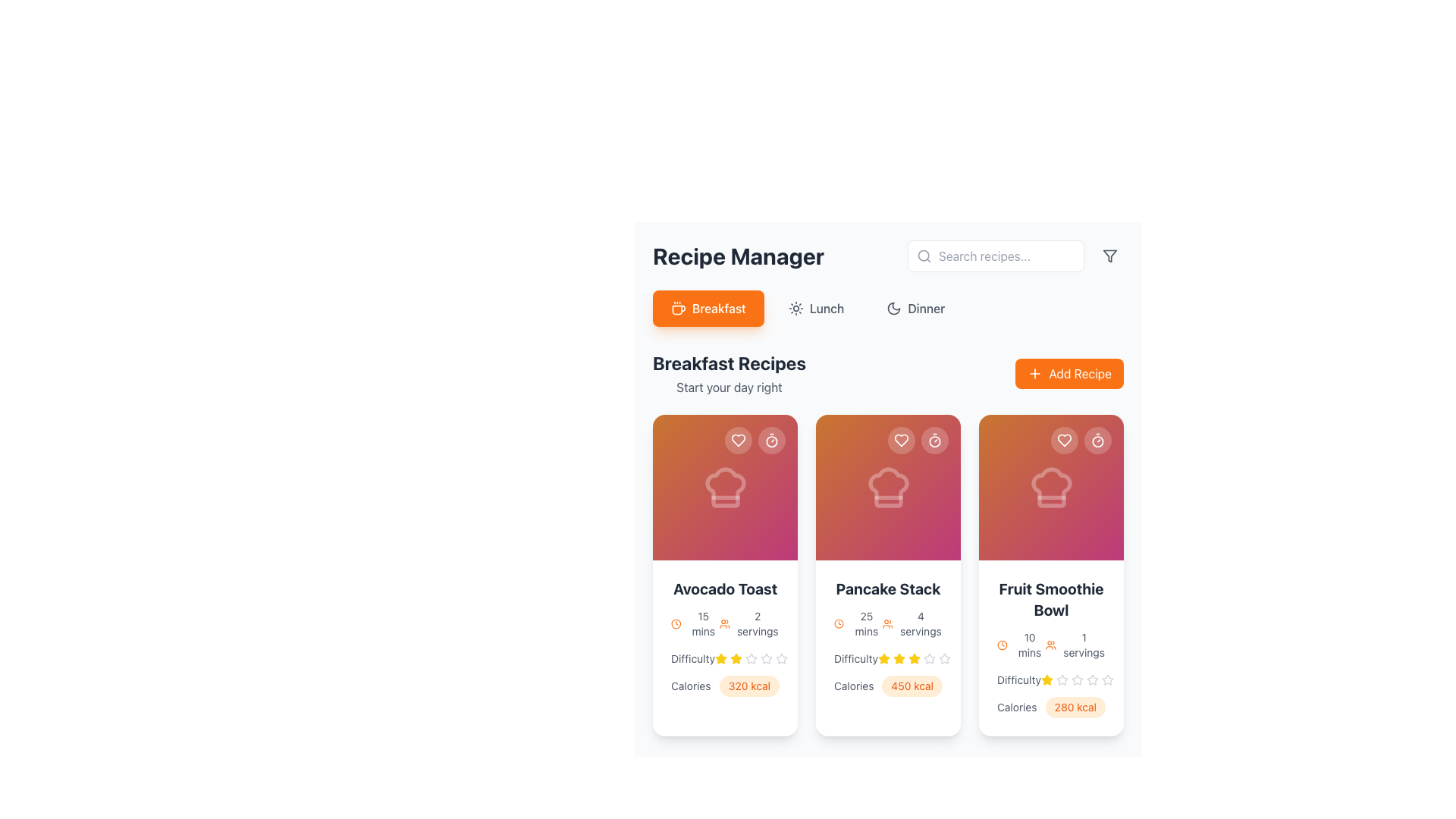 The width and height of the screenshot is (1456, 819). Describe the element at coordinates (866, 623) in the screenshot. I see `the non-interactive text label that informs users of the estimated preparation time for the 'Pancake Stack' recipe, located below the orange clock icon` at that location.